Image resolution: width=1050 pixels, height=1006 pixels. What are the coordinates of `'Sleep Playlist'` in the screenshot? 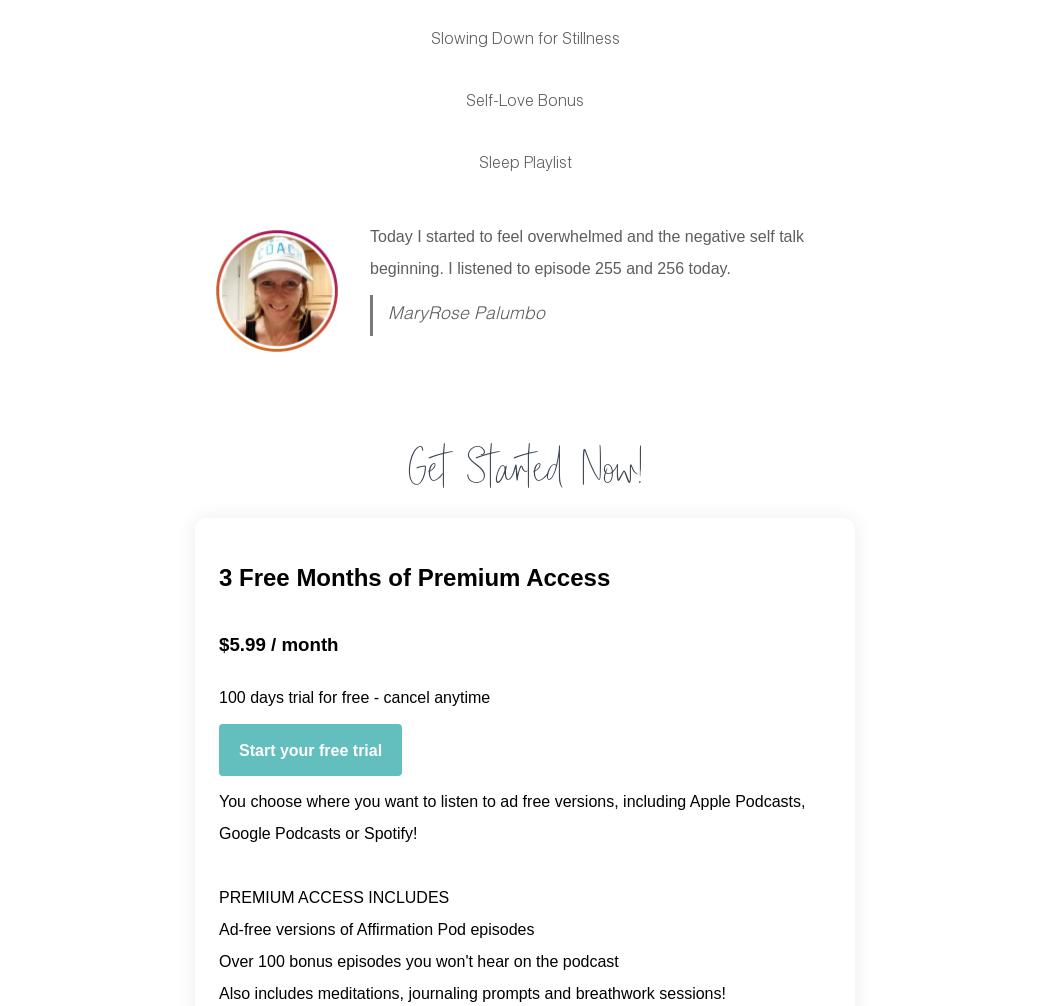 It's located at (523, 163).